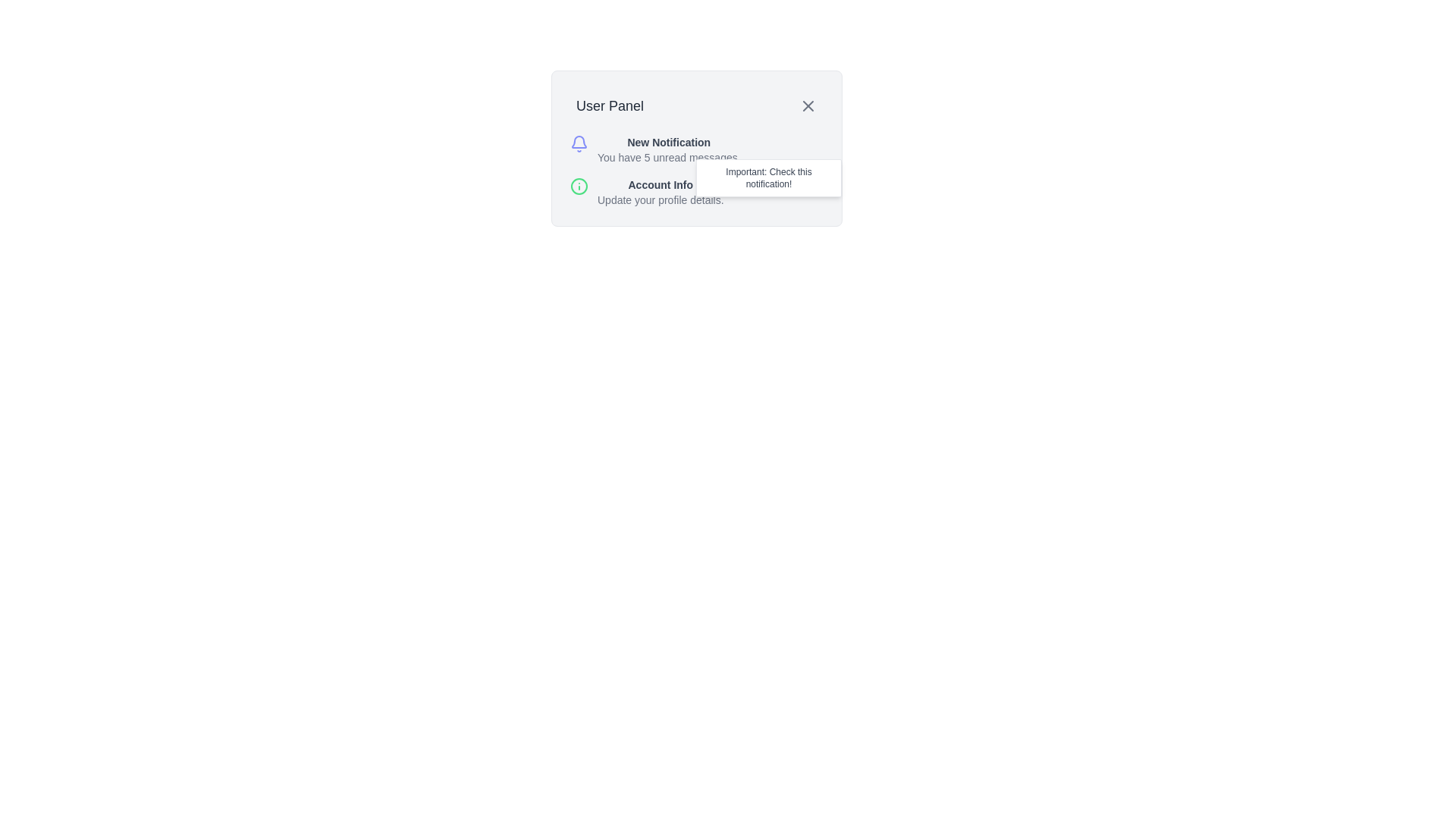 The height and width of the screenshot is (819, 1456). I want to click on the text label that indicates the user has 5 unread messages, located in the notification panel below 'New Notification', so click(668, 158).